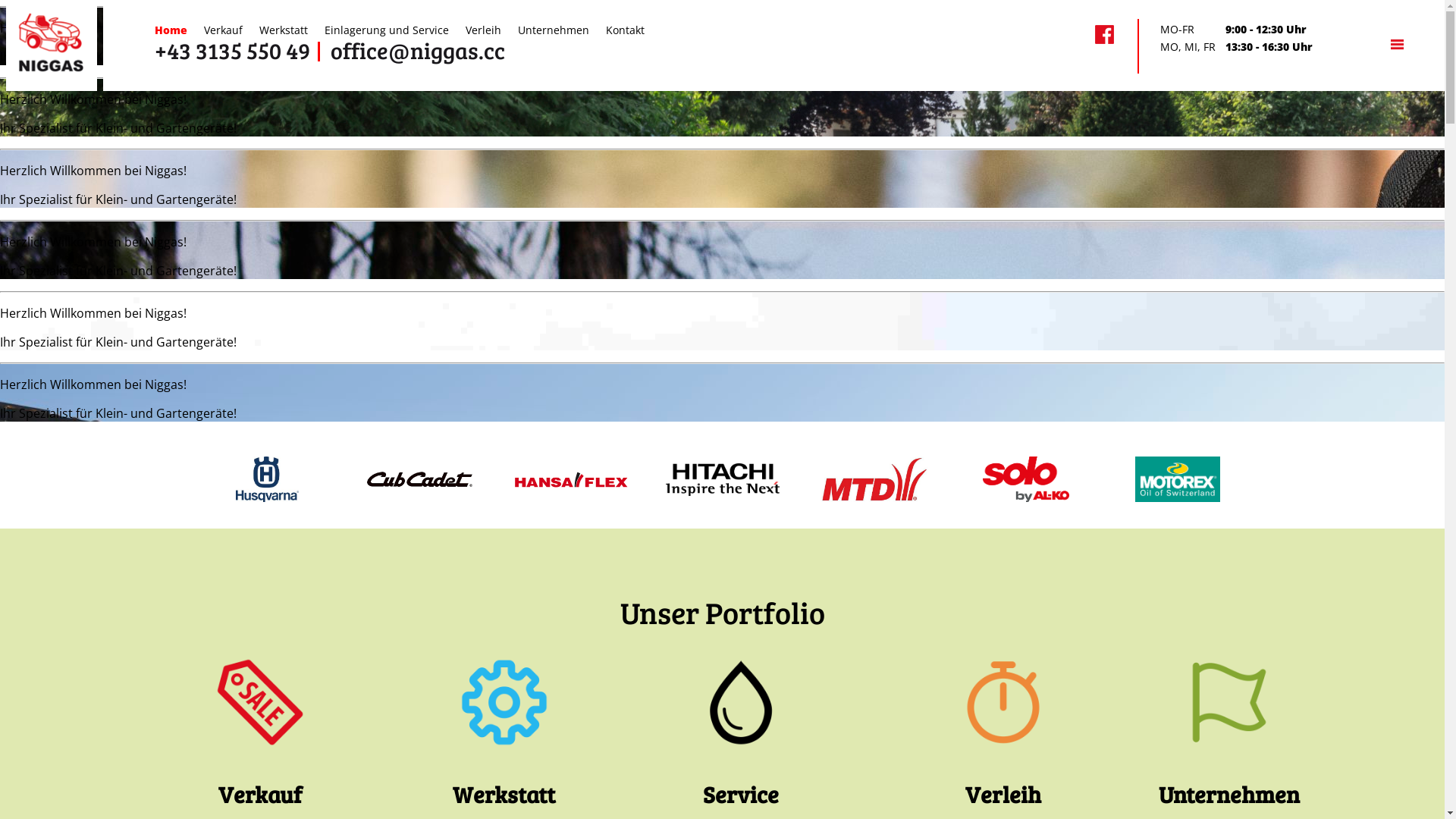 This screenshot has width=1456, height=819. I want to click on '+43 3135 550 49', so click(231, 49).